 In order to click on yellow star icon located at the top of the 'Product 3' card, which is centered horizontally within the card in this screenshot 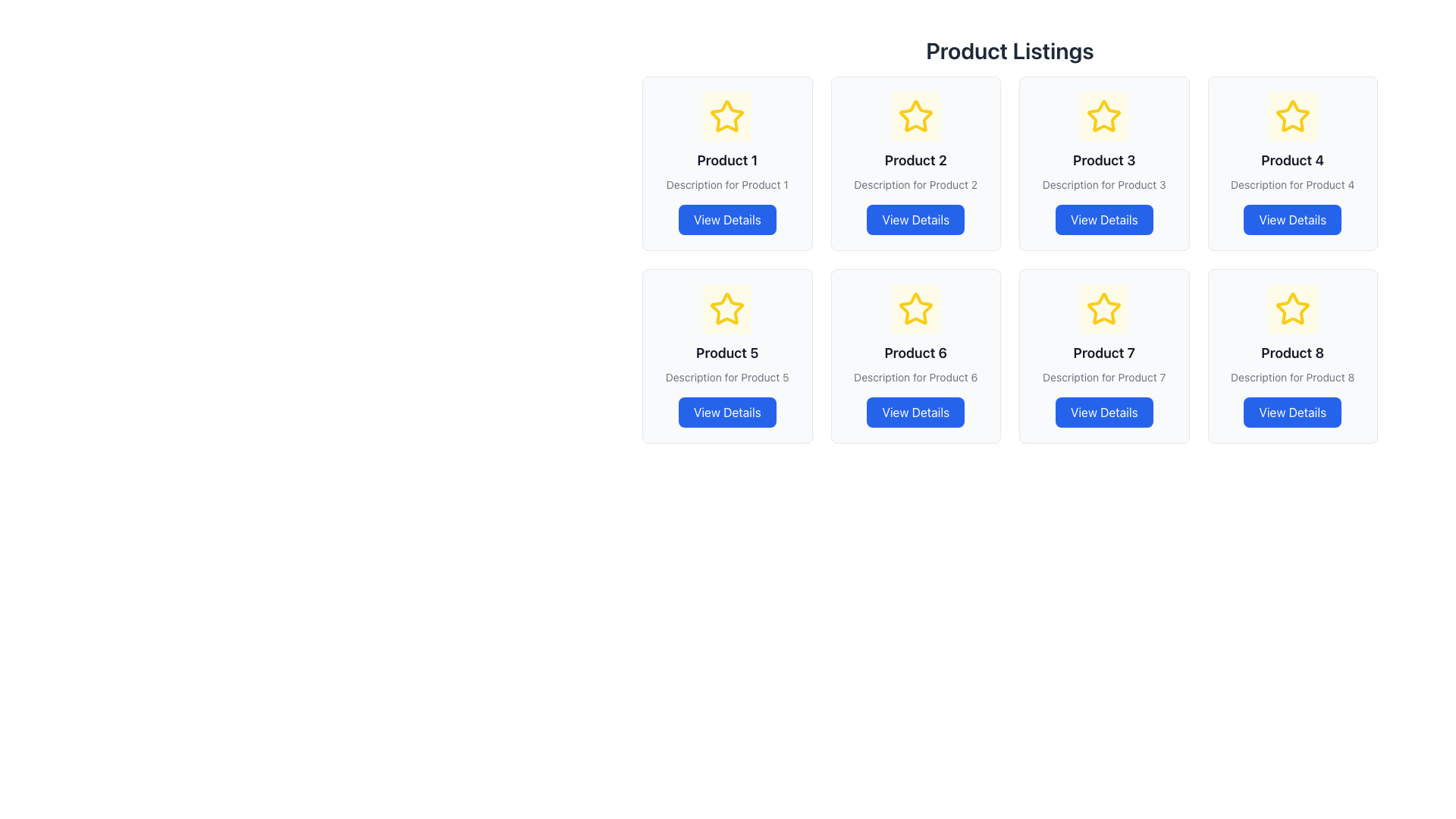, I will do `click(1103, 116)`.